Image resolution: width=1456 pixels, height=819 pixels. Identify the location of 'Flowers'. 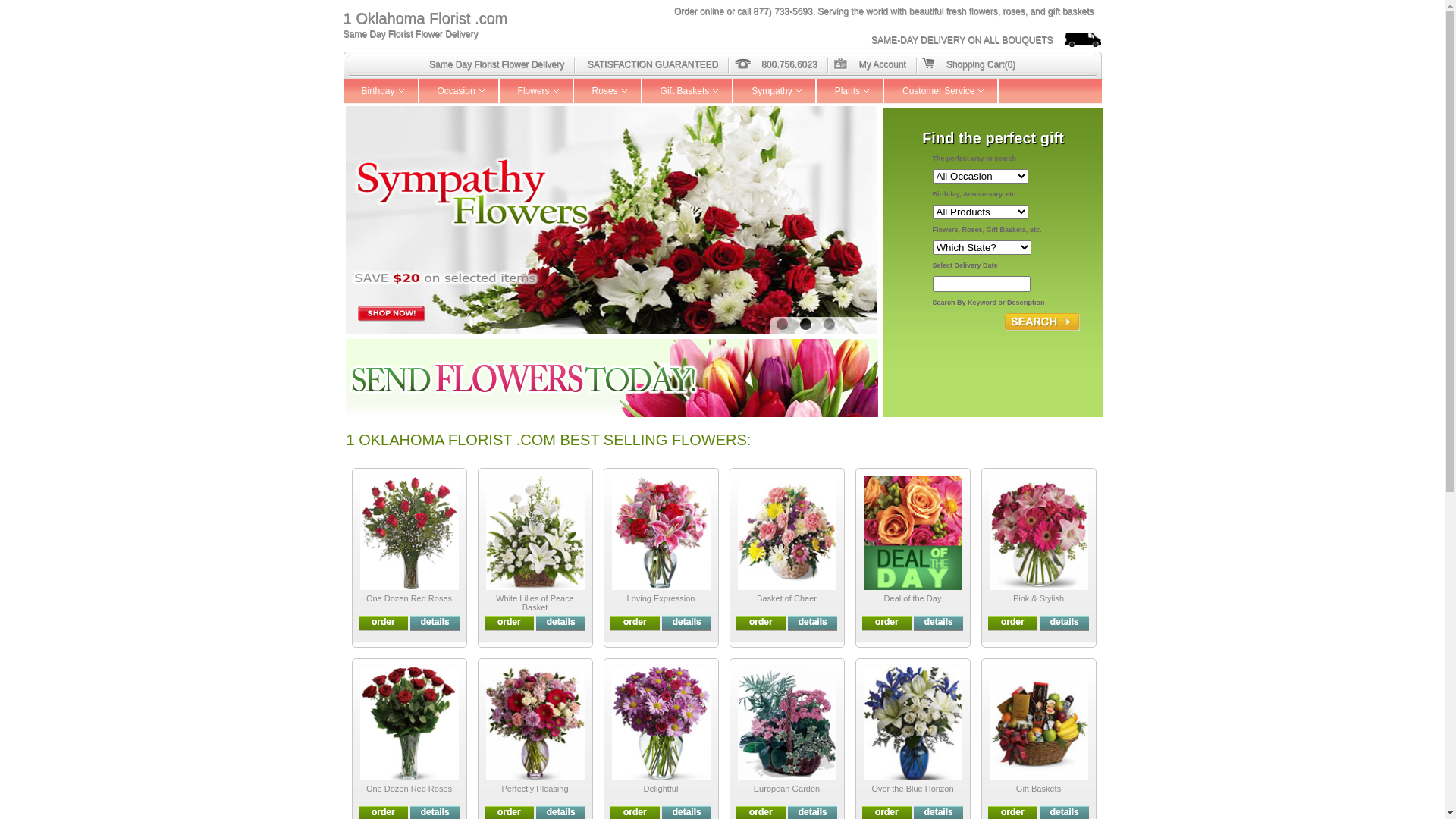
(537, 90).